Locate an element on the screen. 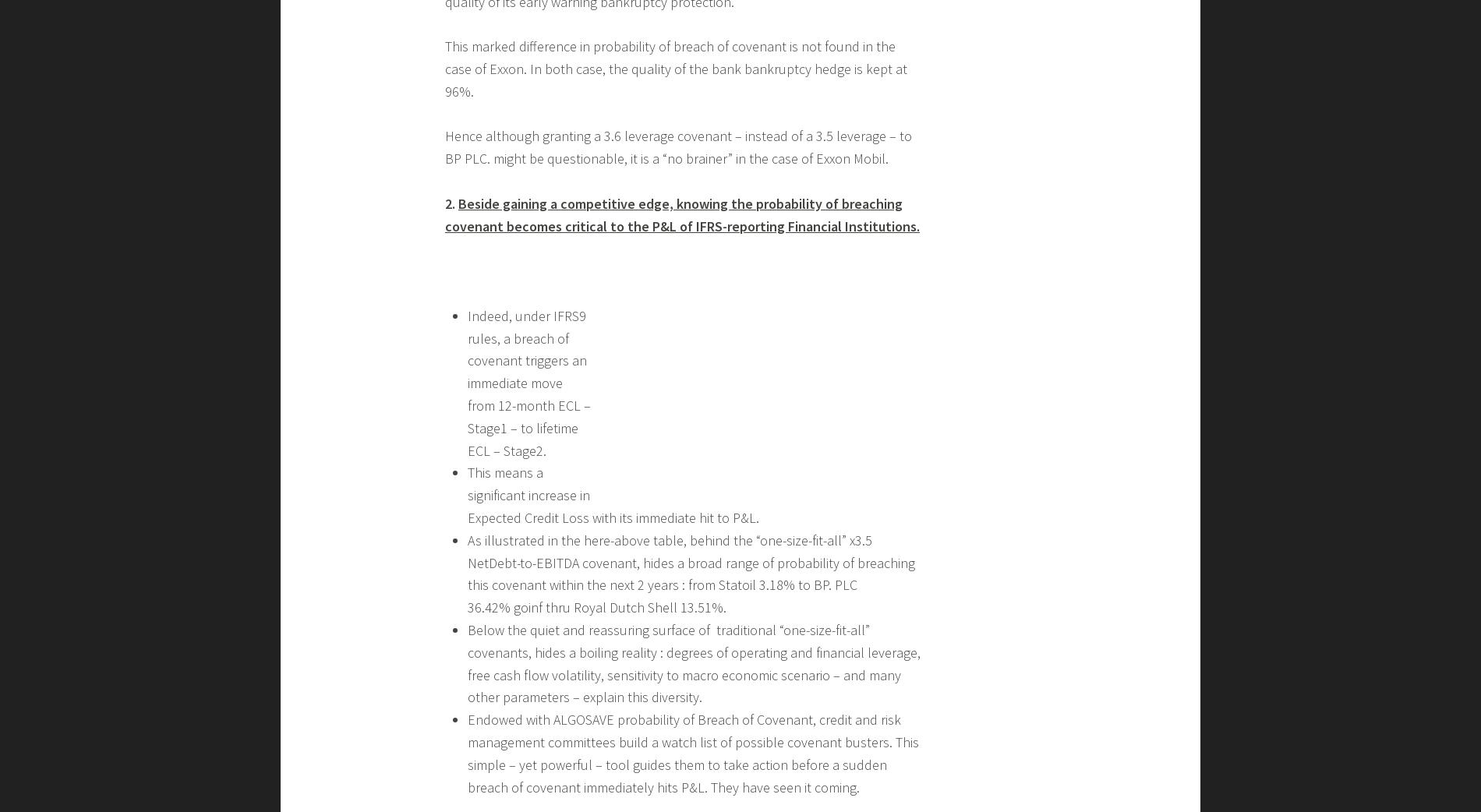 The height and width of the screenshot is (812, 1481). 'Indeed, the probability of breaching the x3.5 NetDebt to EBITDA covenant stands at 8.09% and drops to 7.01% (a 13% drop) at x3.6. The Bank will “miss” 13% of the total covenant breaching events when granting a x3.6 instead of a x3.5 turn of leverage covenant.' is located at coordinates (682, 545).